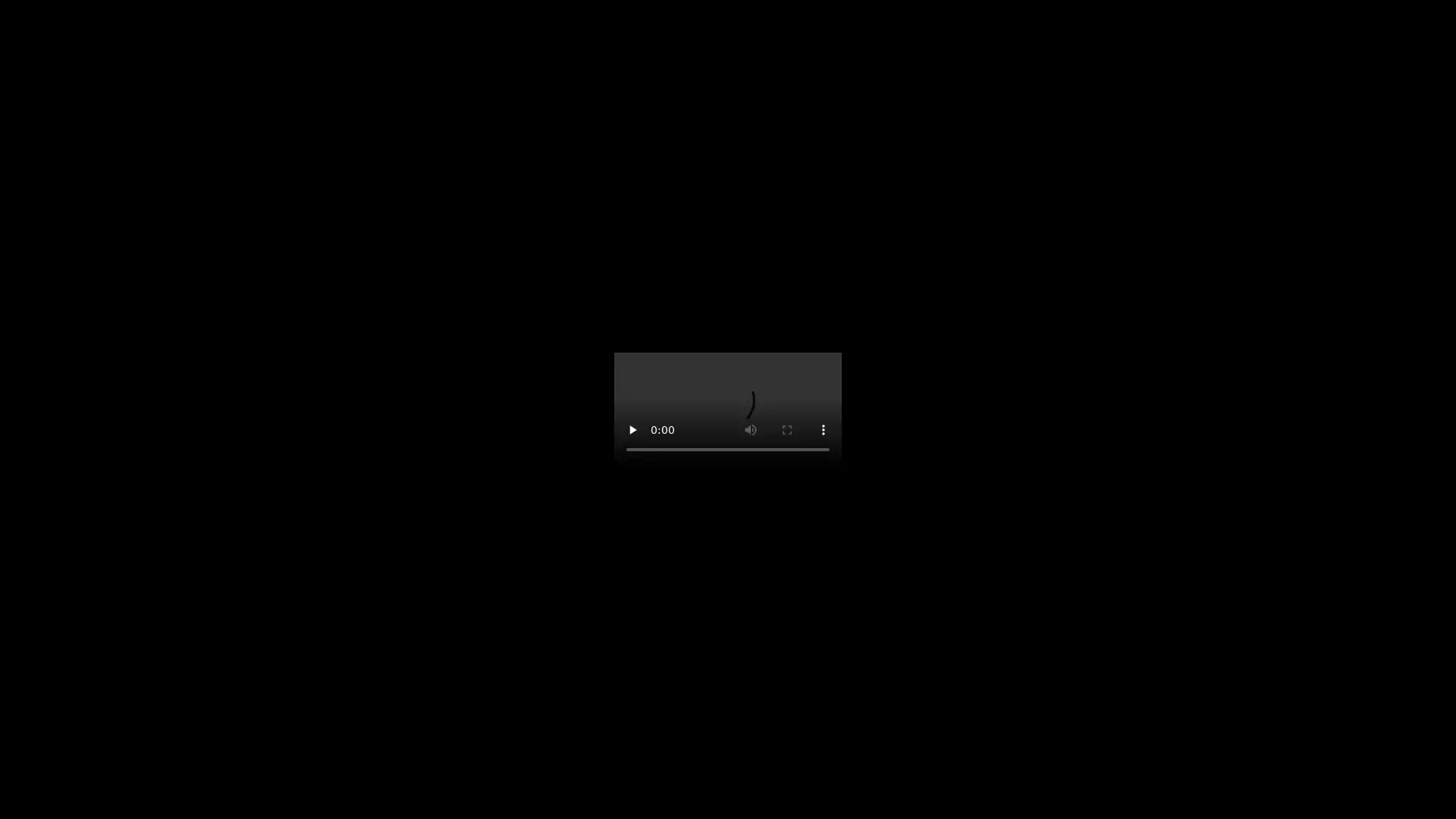 The height and width of the screenshot is (819, 1456). Describe the element at coordinates (796, 444) in the screenshot. I see `mute` at that location.